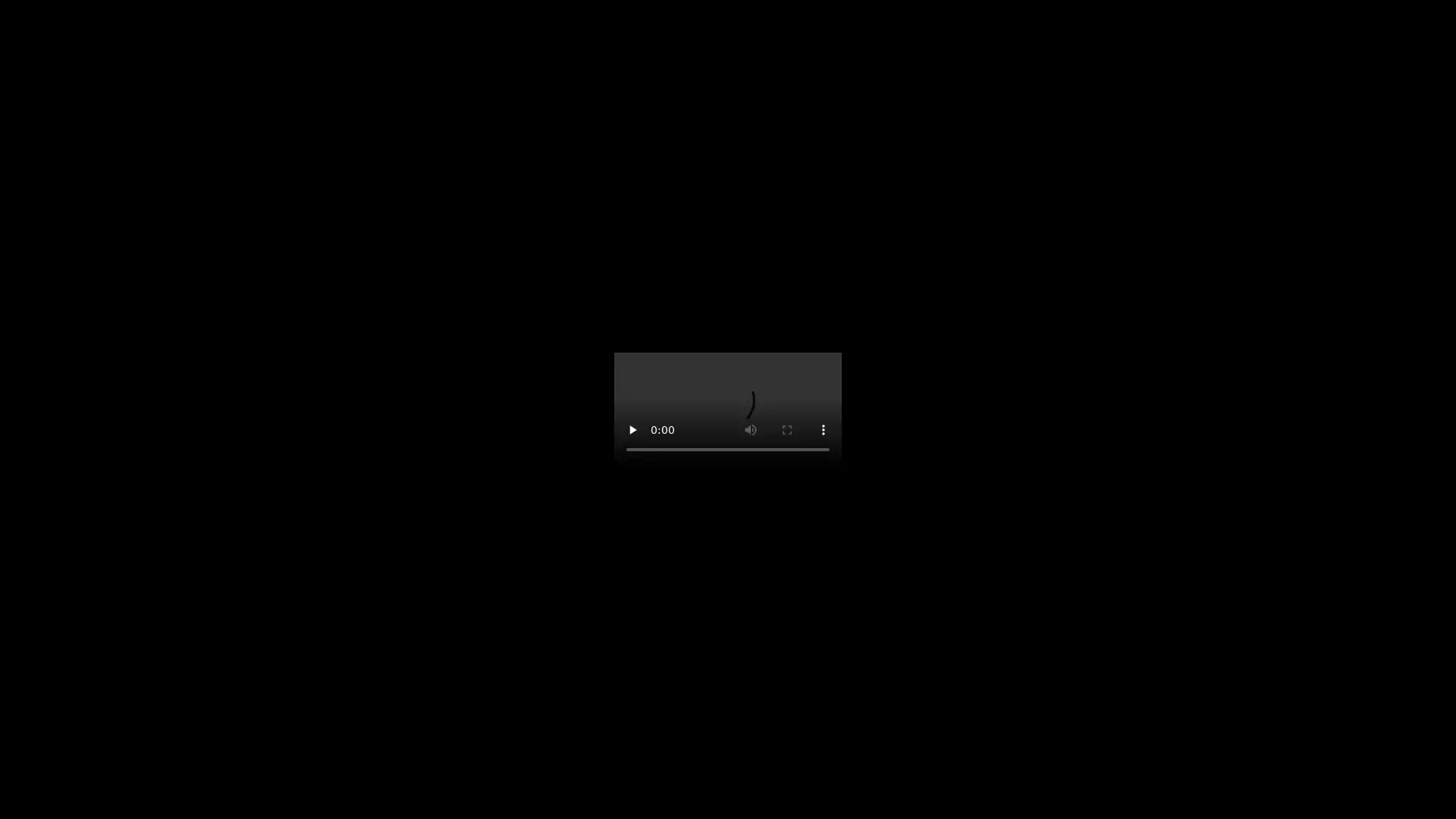 The height and width of the screenshot is (819, 1456). Describe the element at coordinates (796, 444) in the screenshot. I see `mute` at that location.